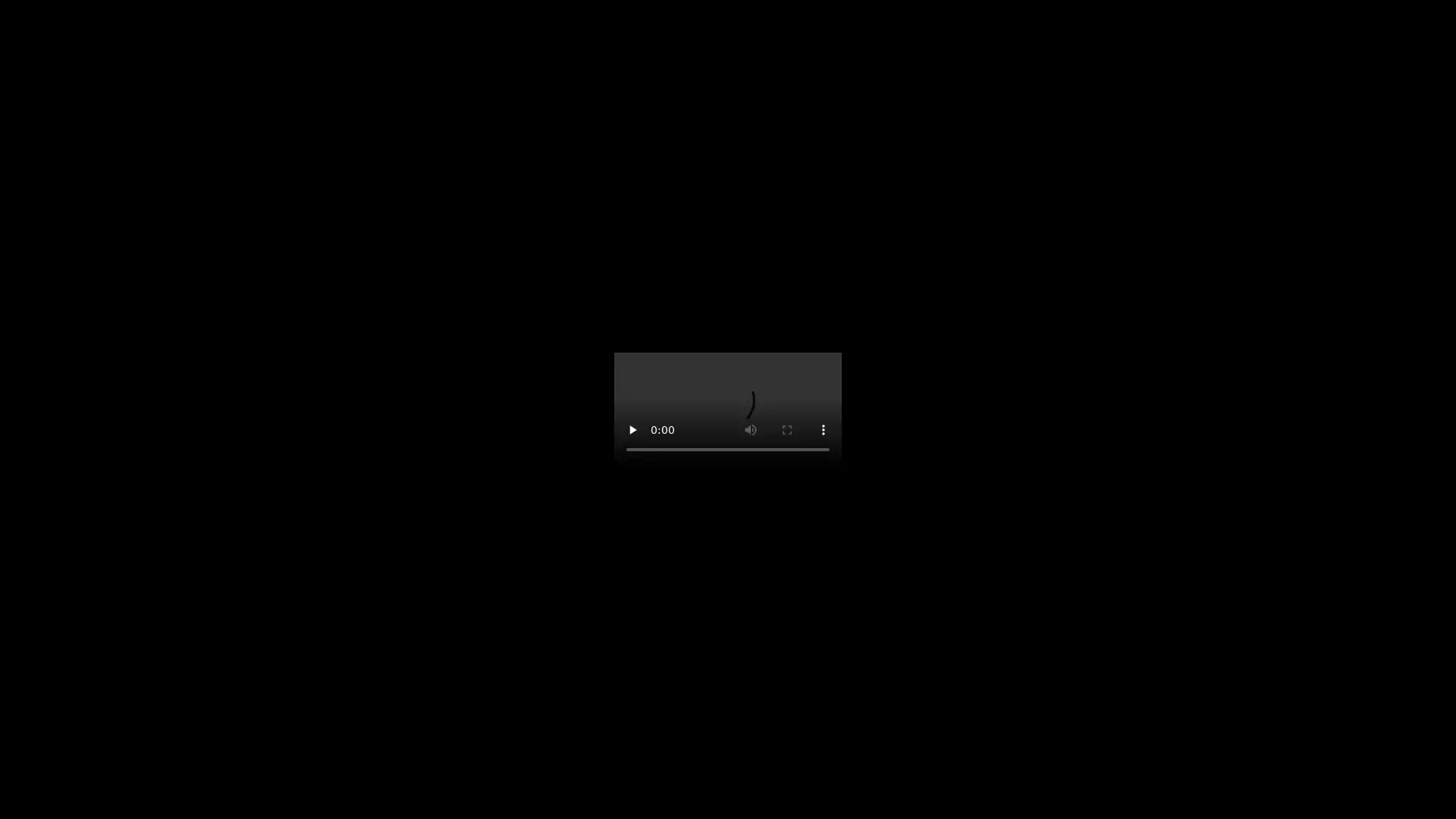 The height and width of the screenshot is (819, 1456). Describe the element at coordinates (796, 444) in the screenshot. I see `mute` at that location.